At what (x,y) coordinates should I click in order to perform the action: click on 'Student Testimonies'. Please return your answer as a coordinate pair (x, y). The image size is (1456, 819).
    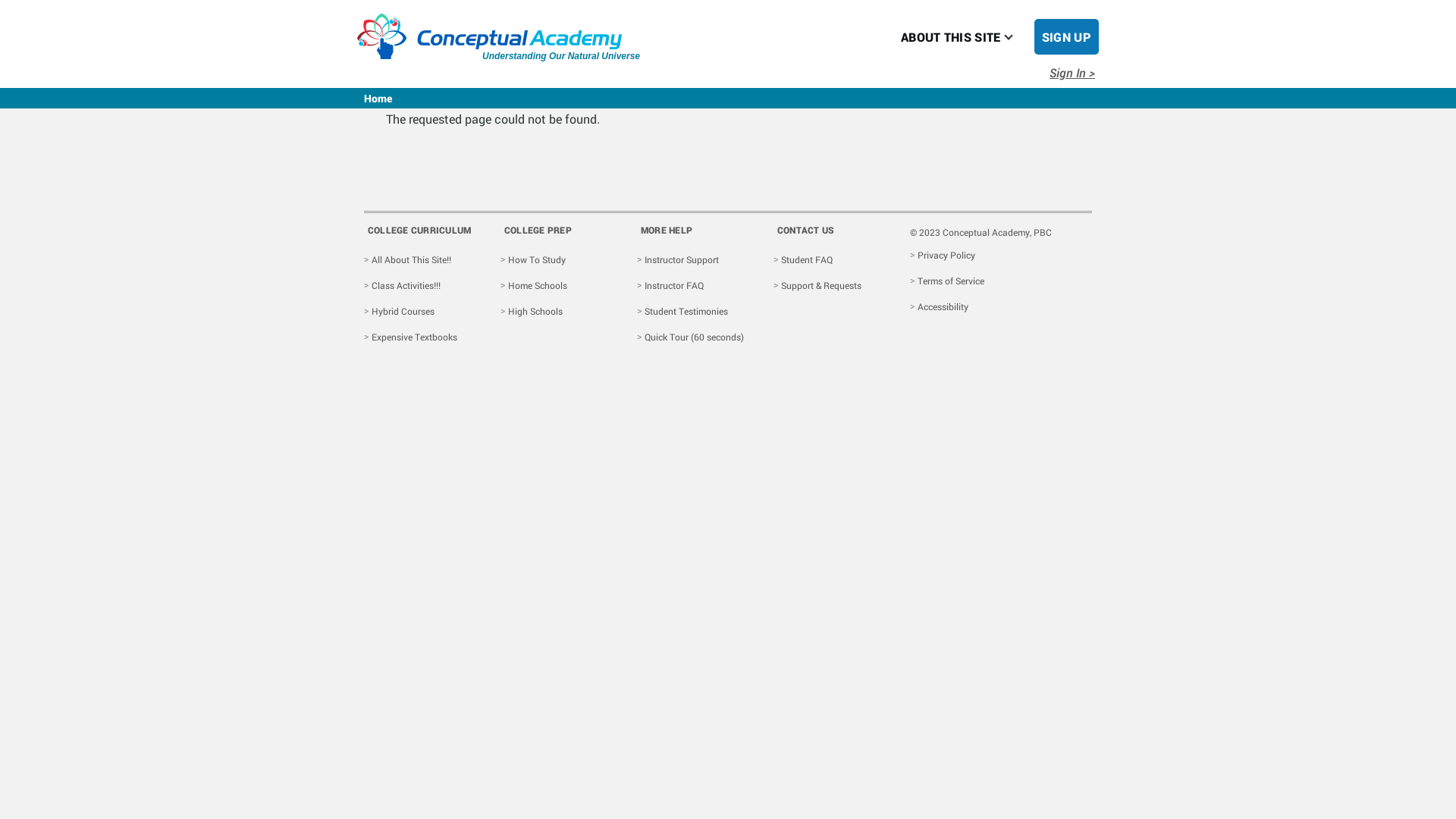
    Looking at the image, I should click on (686, 309).